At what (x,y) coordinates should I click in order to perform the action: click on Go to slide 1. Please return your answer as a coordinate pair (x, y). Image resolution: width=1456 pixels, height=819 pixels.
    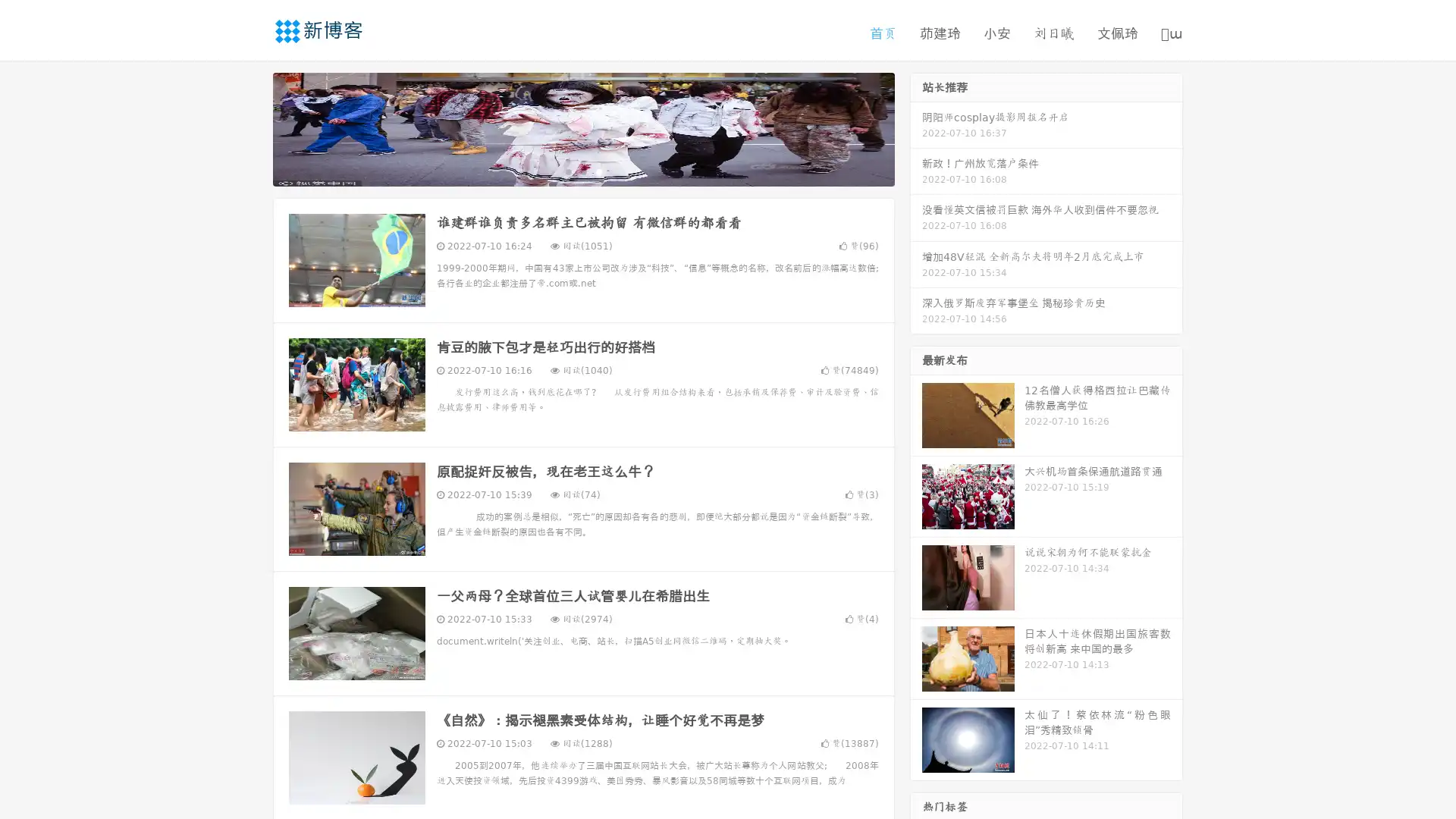
    Looking at the image, I should click on (567, 171).